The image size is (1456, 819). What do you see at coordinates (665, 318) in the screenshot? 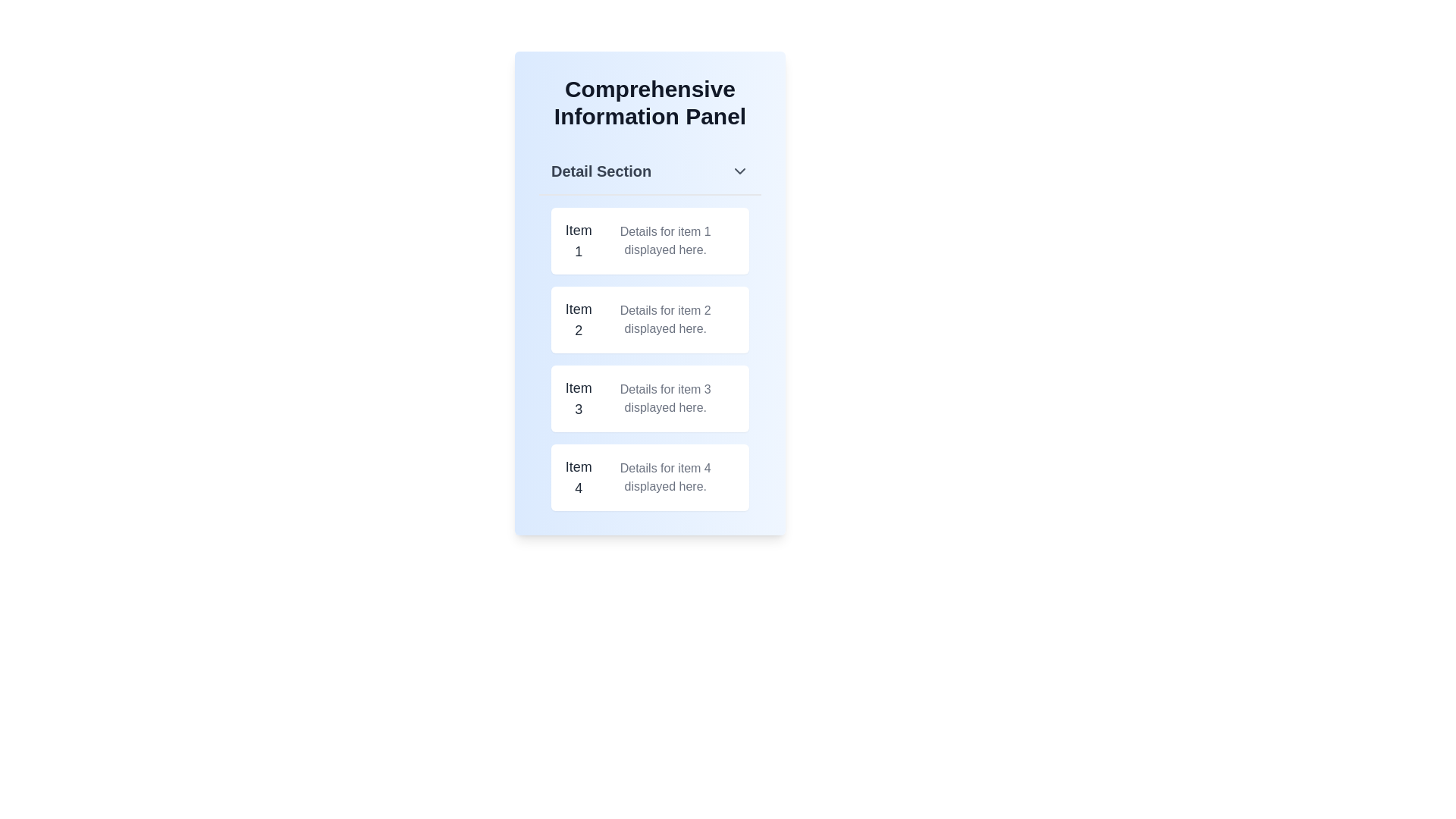
I see `the static text display reading 'Details for item 2 displayed here', which is located below the title 'Item 2' in the second box of the 'Detail Section'` at bounding box center [665, 318].